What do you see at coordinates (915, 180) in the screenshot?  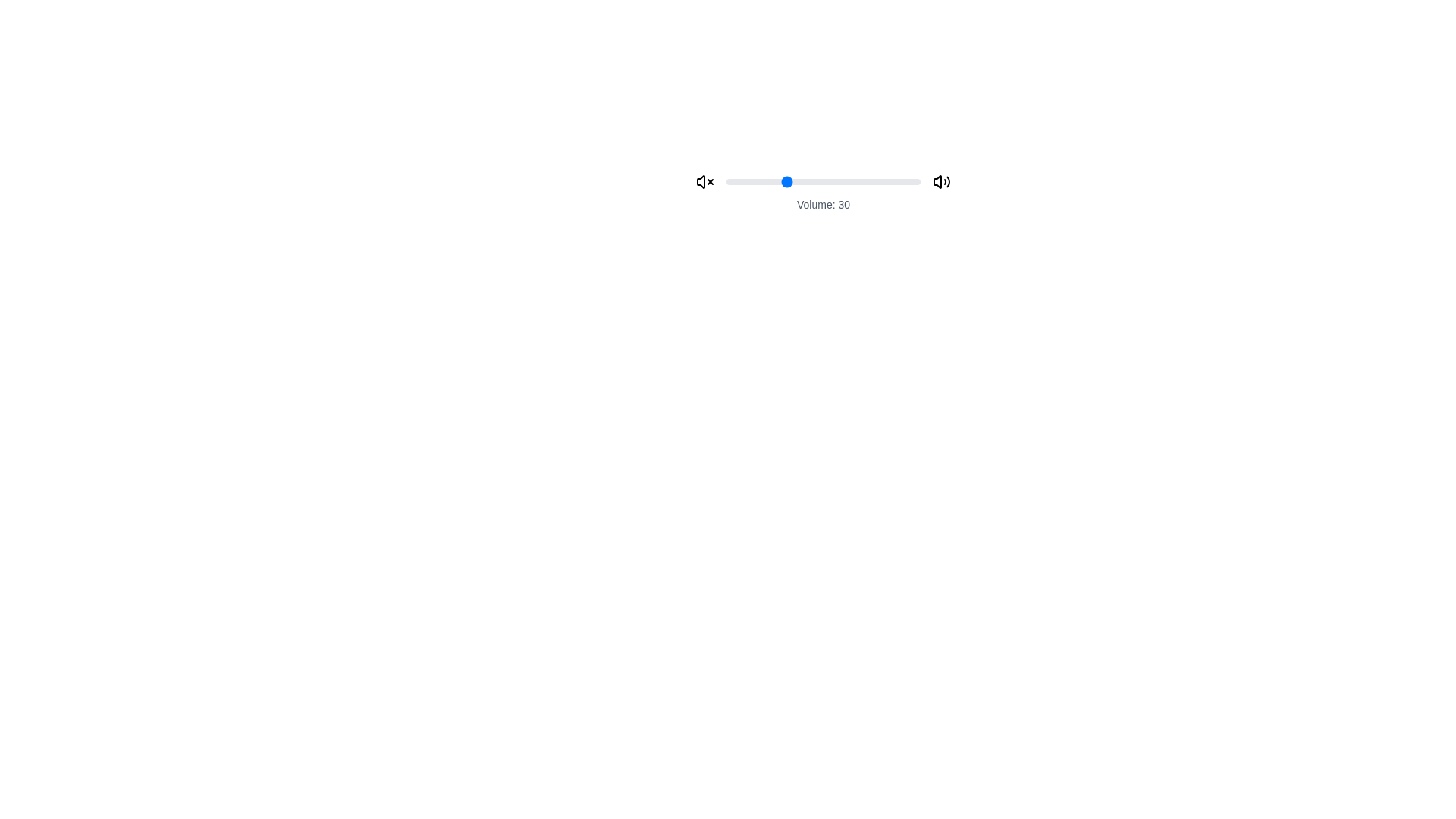 I see `the slider to set the volume to 98` at bounding box center [915, 180].